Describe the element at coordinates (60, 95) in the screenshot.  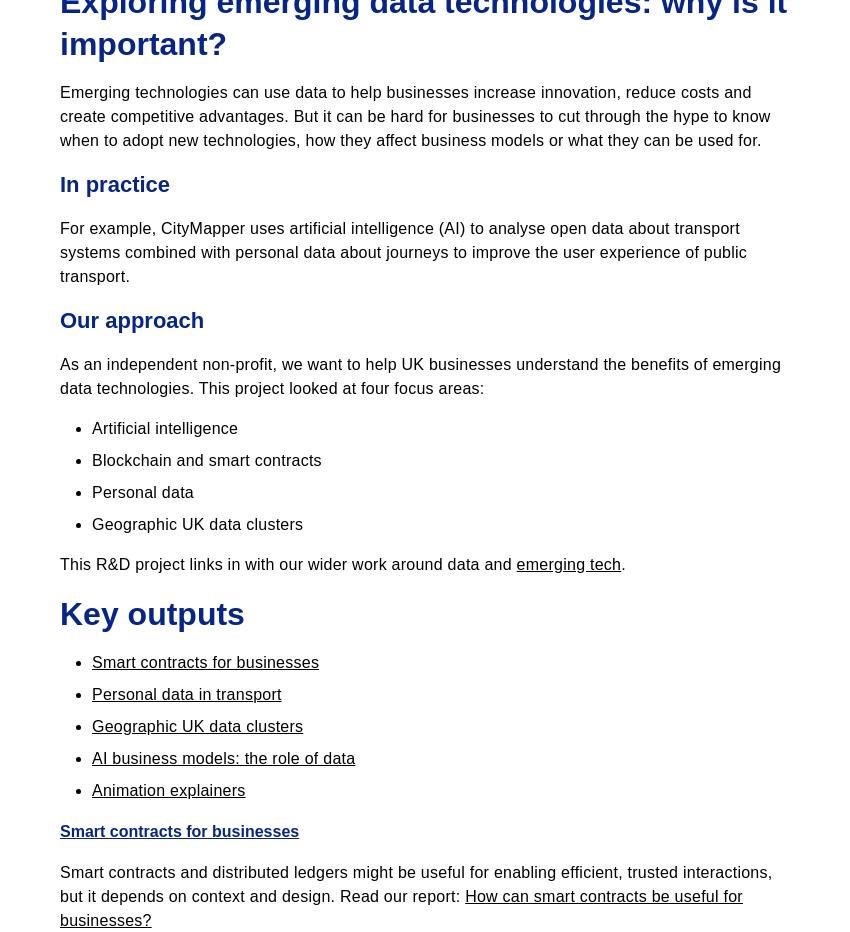
I see `'See all research and development around data innovation for the UK'` at that location.